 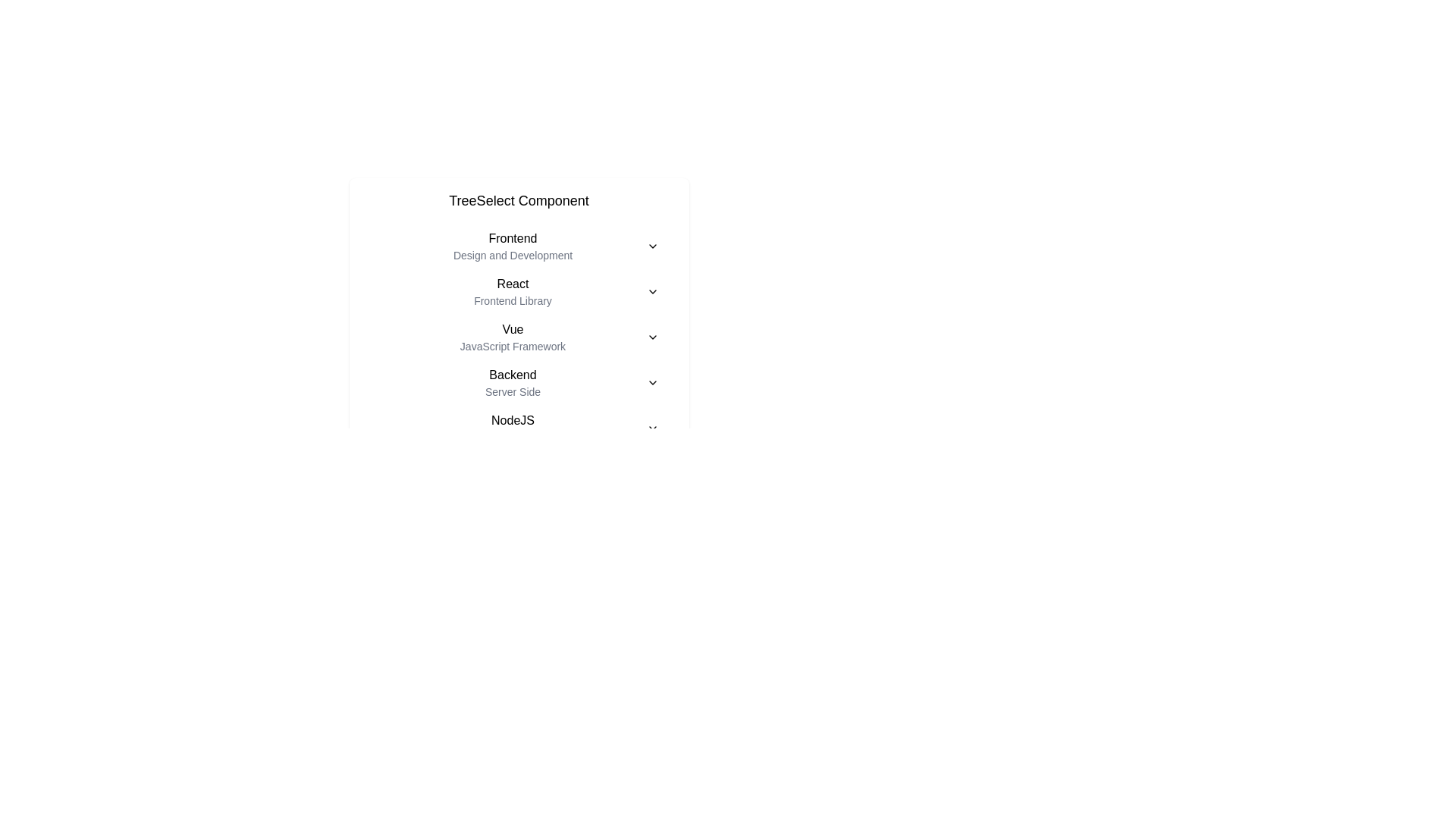 I want to click on text from the header element displaying 'TreeSelect Component' located at the top-center of the component, so click(x=519, y=200).